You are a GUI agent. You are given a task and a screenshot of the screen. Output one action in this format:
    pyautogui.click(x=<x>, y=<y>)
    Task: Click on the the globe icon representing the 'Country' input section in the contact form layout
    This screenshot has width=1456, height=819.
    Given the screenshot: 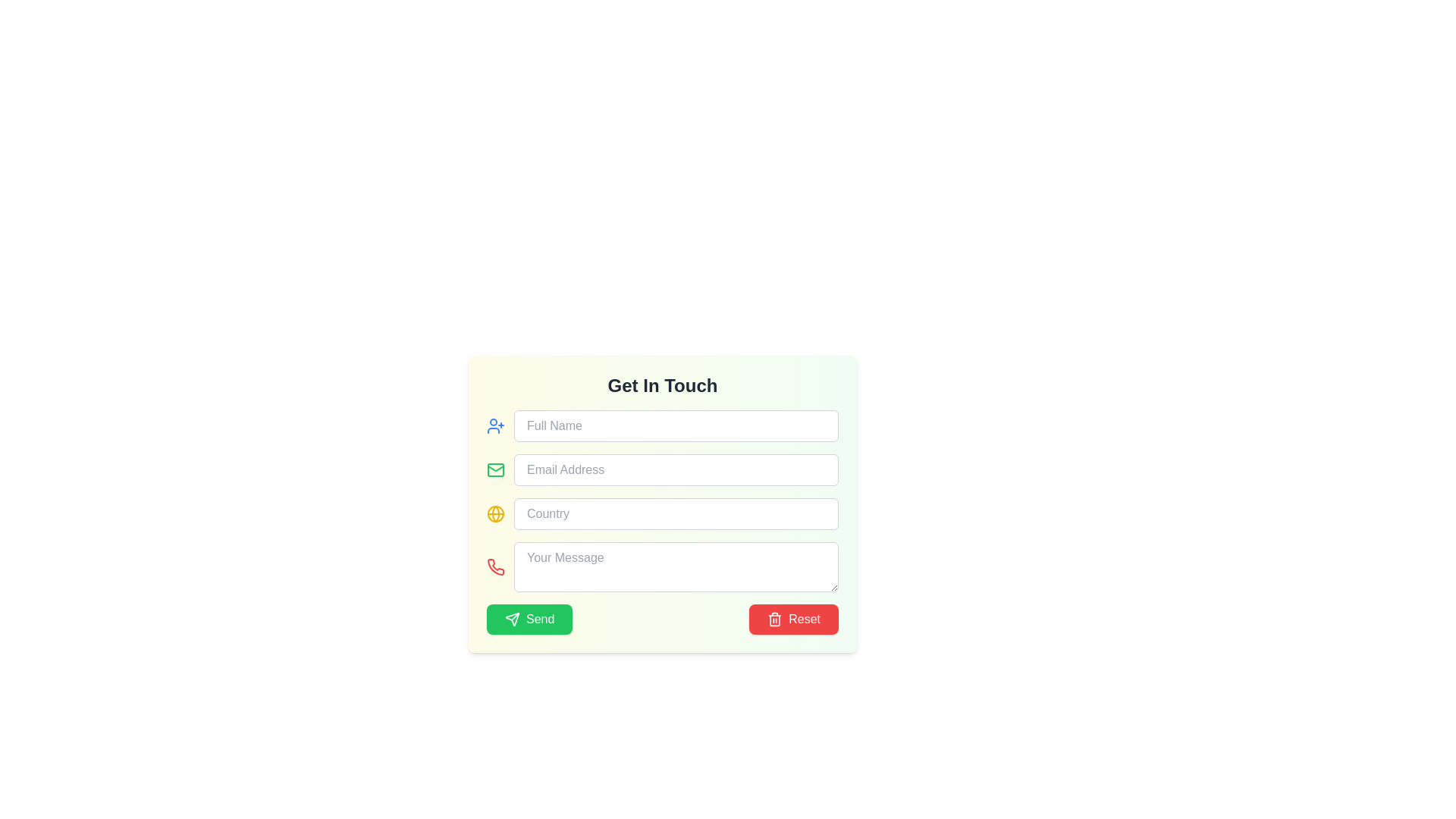 What is the action you would take?
    pyautogui.click(x=495, y=513)
    